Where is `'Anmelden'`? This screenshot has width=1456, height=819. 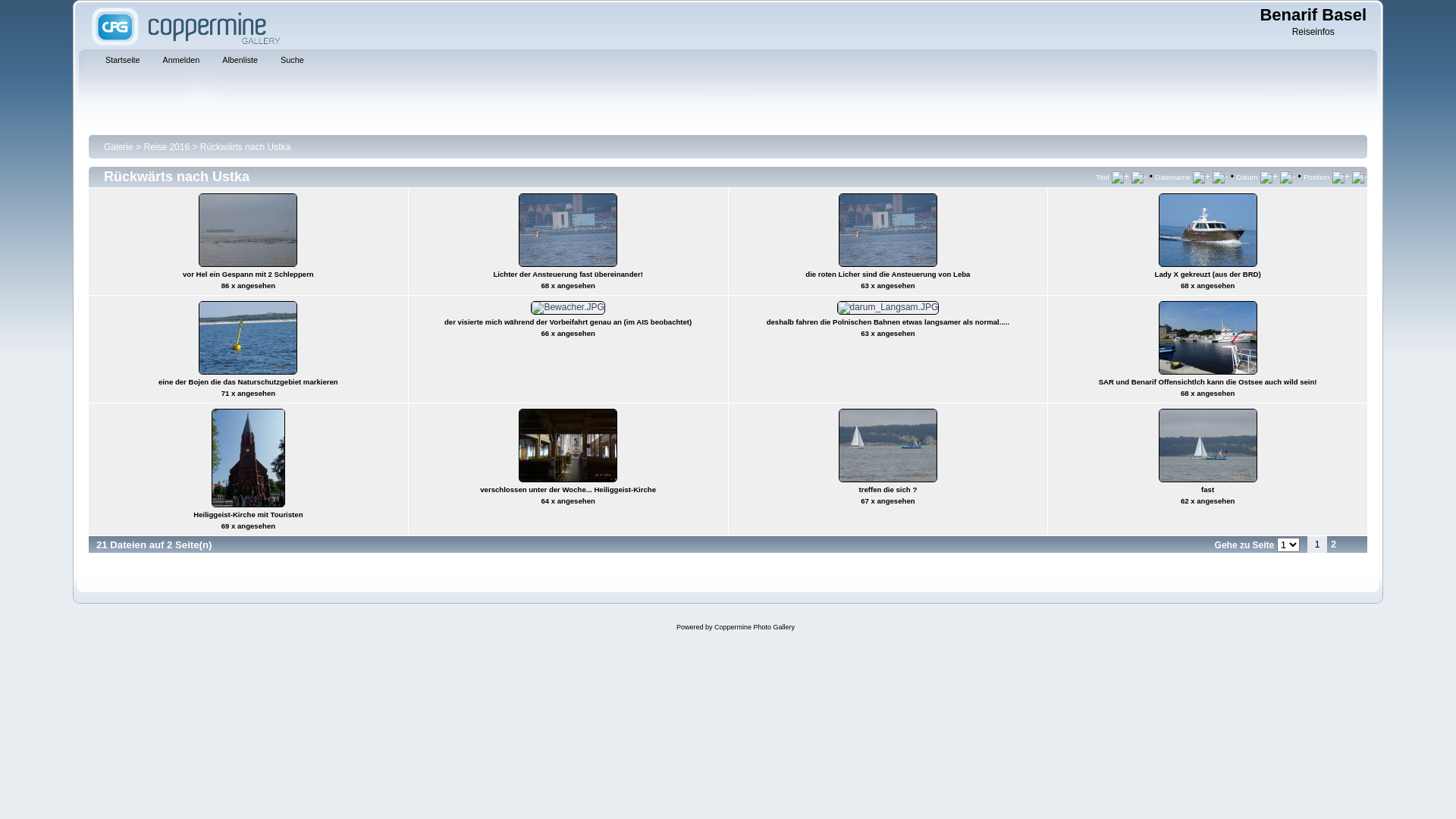
'Anmelden' is located at coordinates (149, 61).